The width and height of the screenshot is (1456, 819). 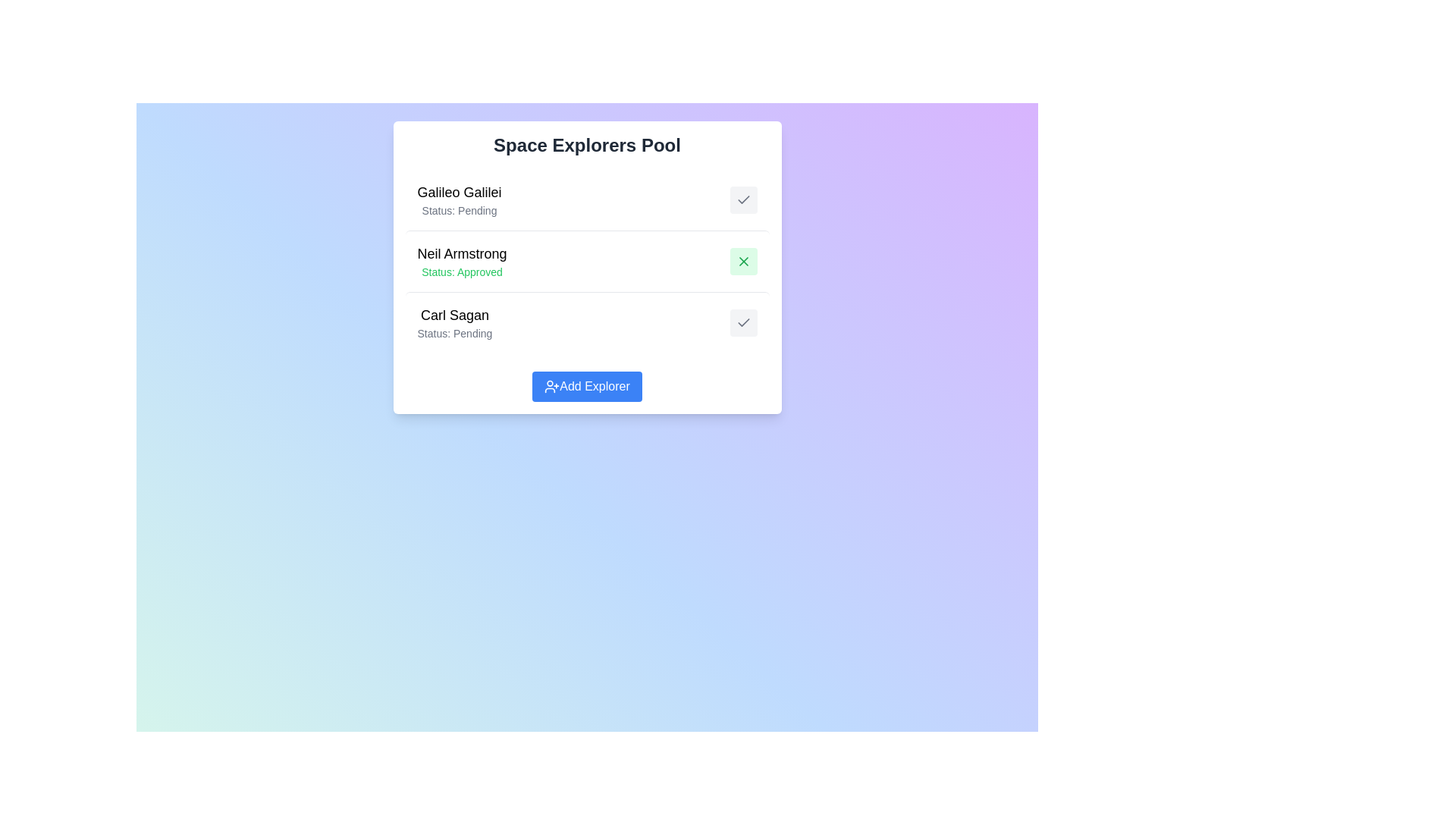 I want to click on the checkmark icon button enclosed within a light gray, rounded square located at the far-right corner of the row for 'Galileo Galilei', so click(x=743, y=199).